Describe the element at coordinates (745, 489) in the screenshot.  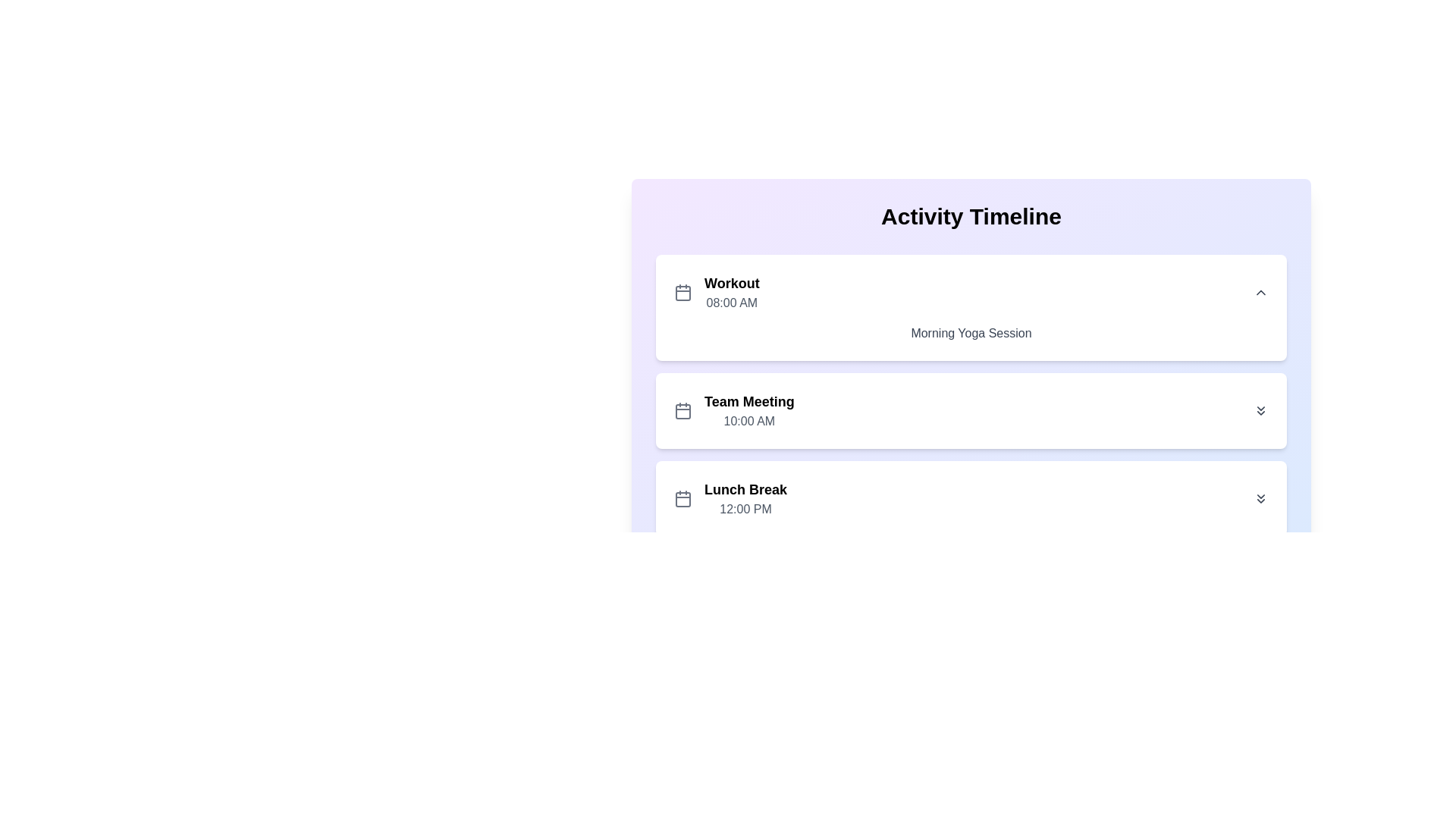
I see `the static text label that reads 'Lunch Break', which serves as a header in the layout, distinguished by its bold and large font style` at that location.